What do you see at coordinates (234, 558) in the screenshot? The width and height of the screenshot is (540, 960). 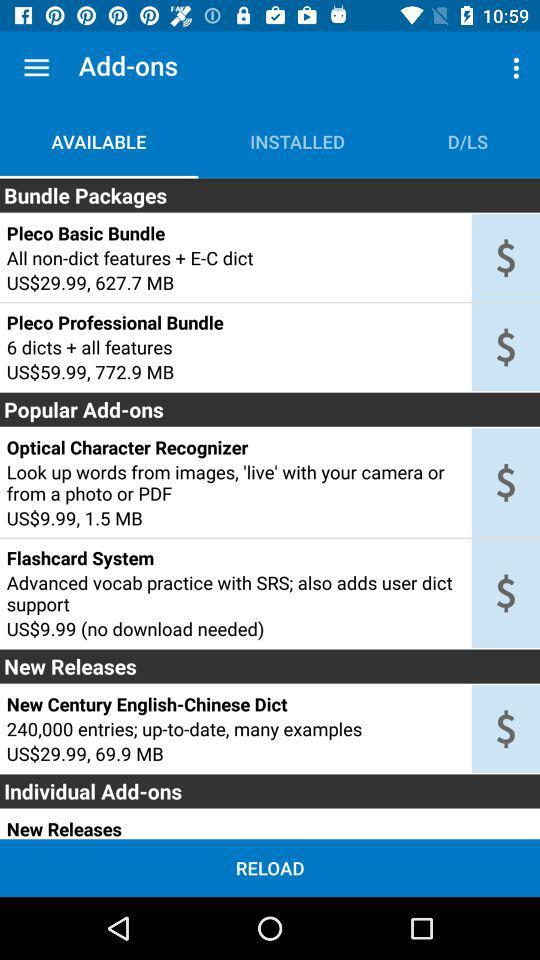 I see `flashcard system item` at bounding box center [234, 558].